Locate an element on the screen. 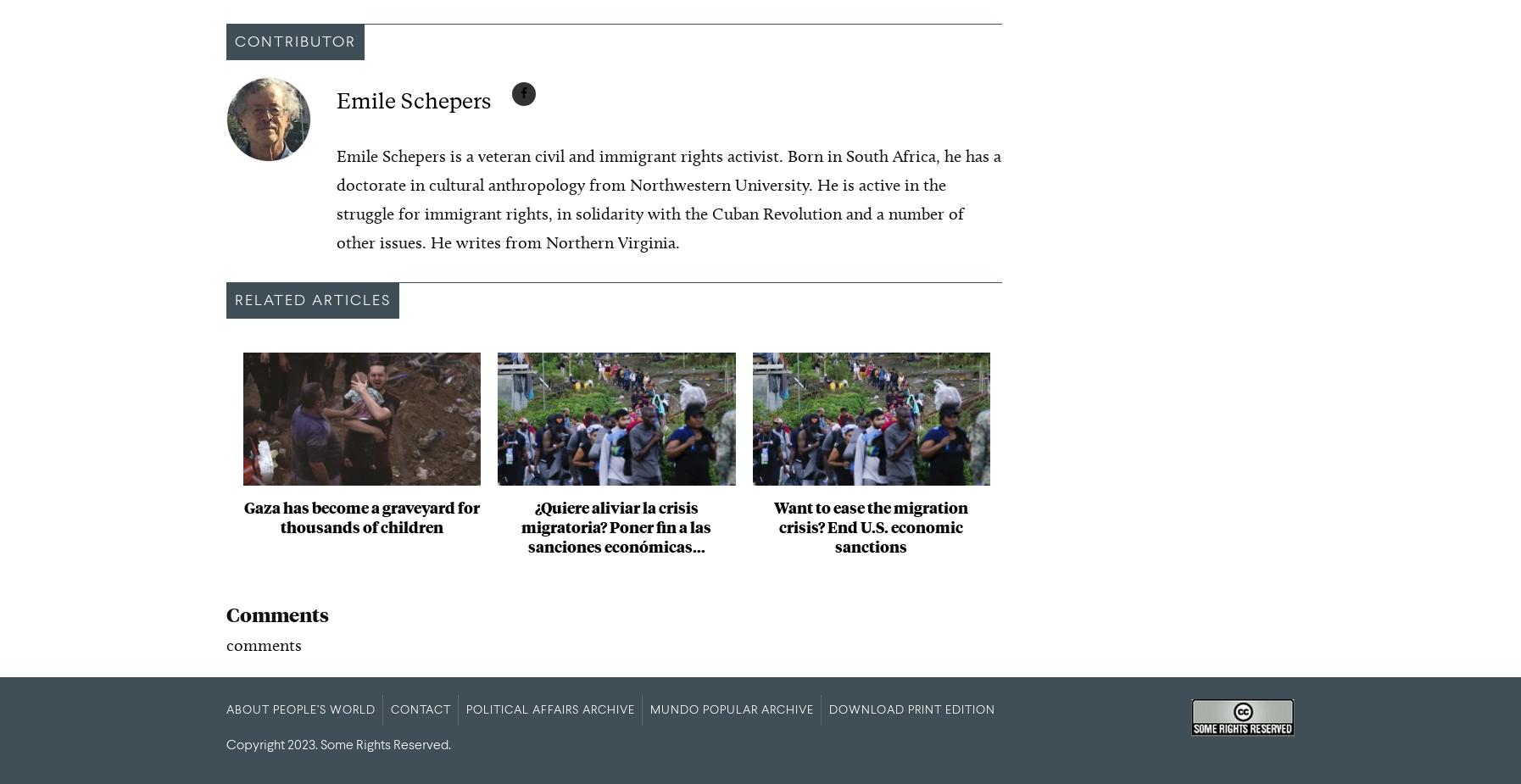 The image size is (1521, 784). 'Download Print Edition' is located at coordinates (911, 709).